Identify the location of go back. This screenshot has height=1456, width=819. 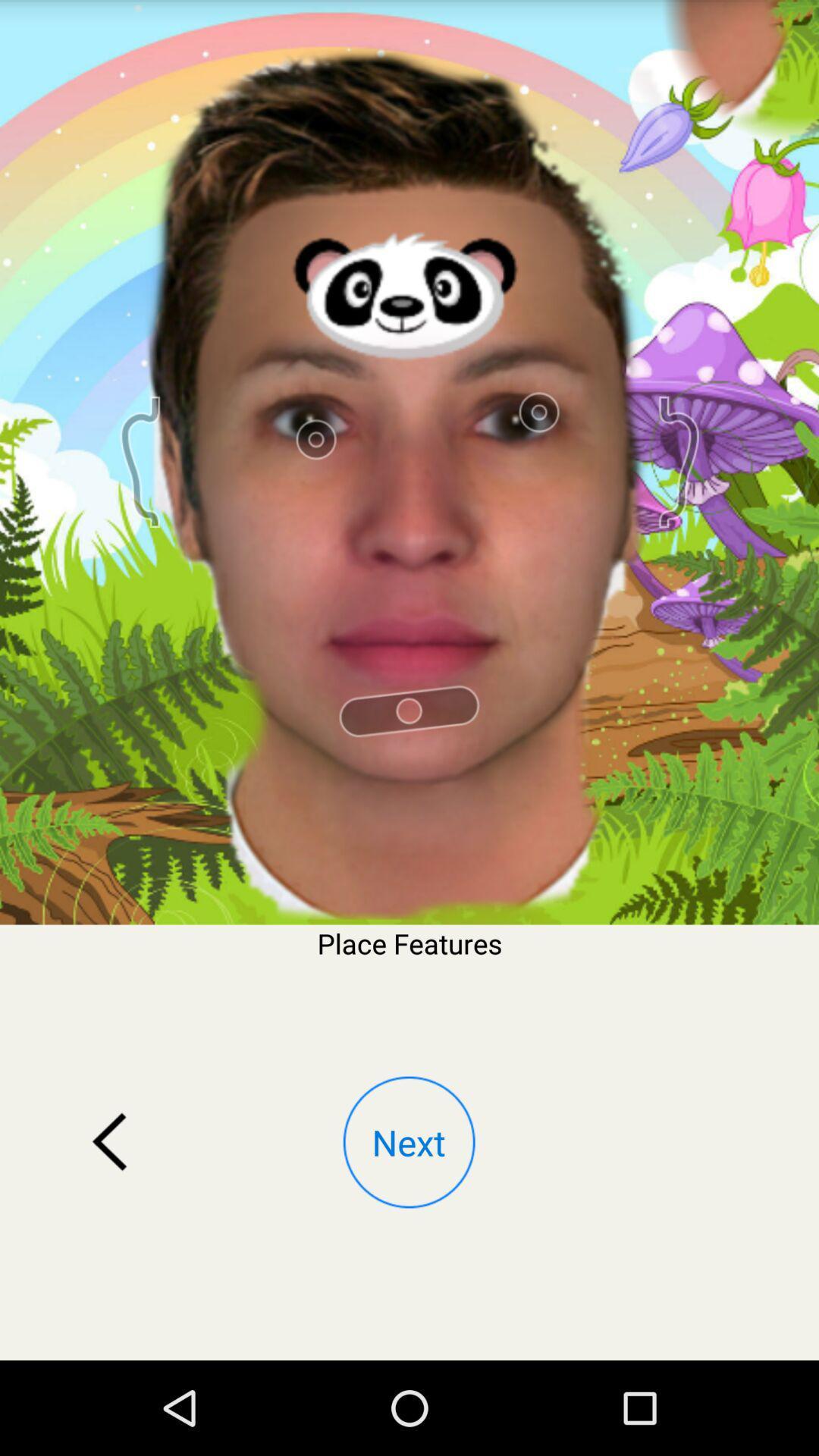
(109, 1142).